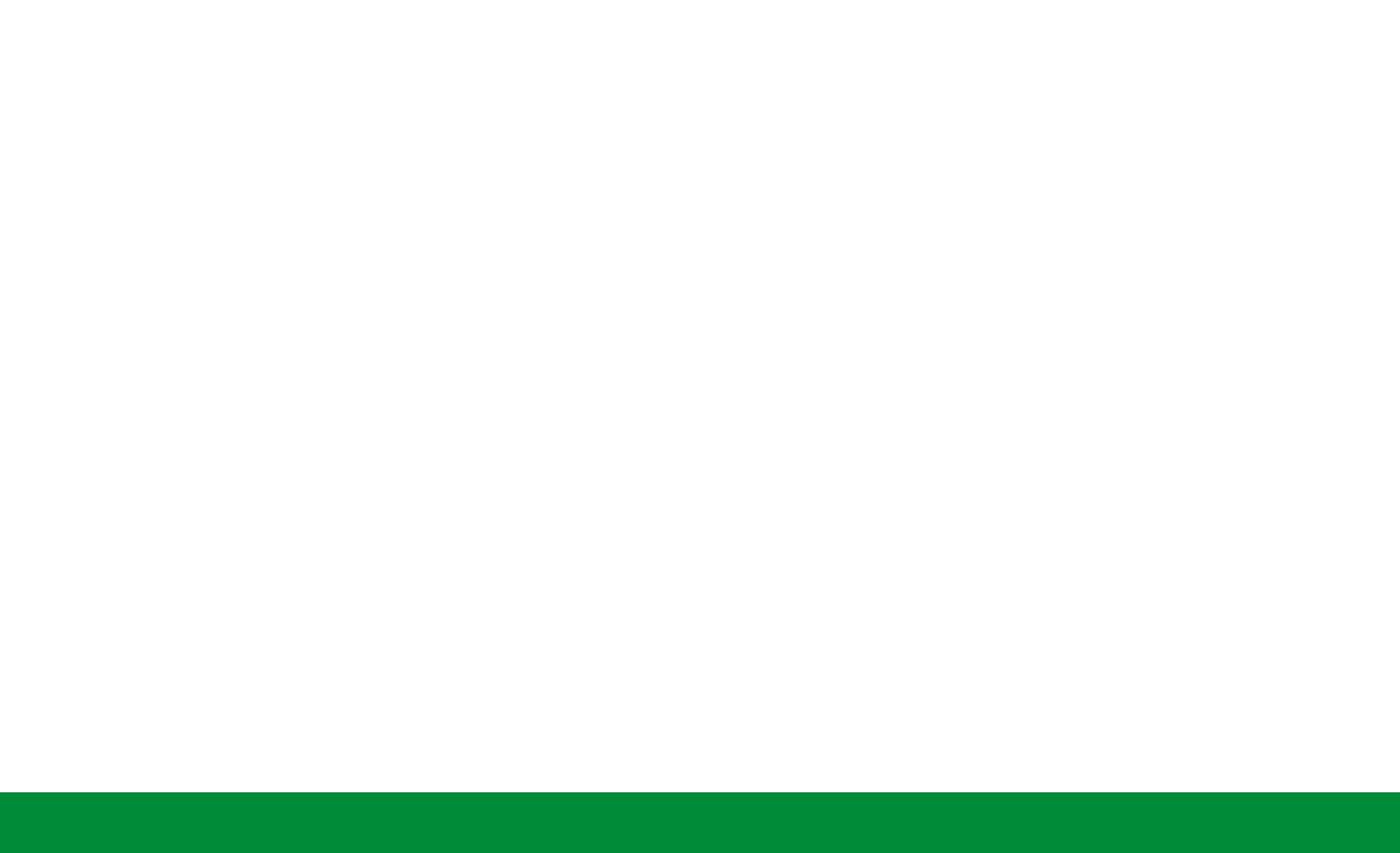 The height and width of the screenshot is (853, 1400). Describe the element at coordinates (706, 559) in the screenshot. I see `'Commonly used in below-grade applications.'` at that location.